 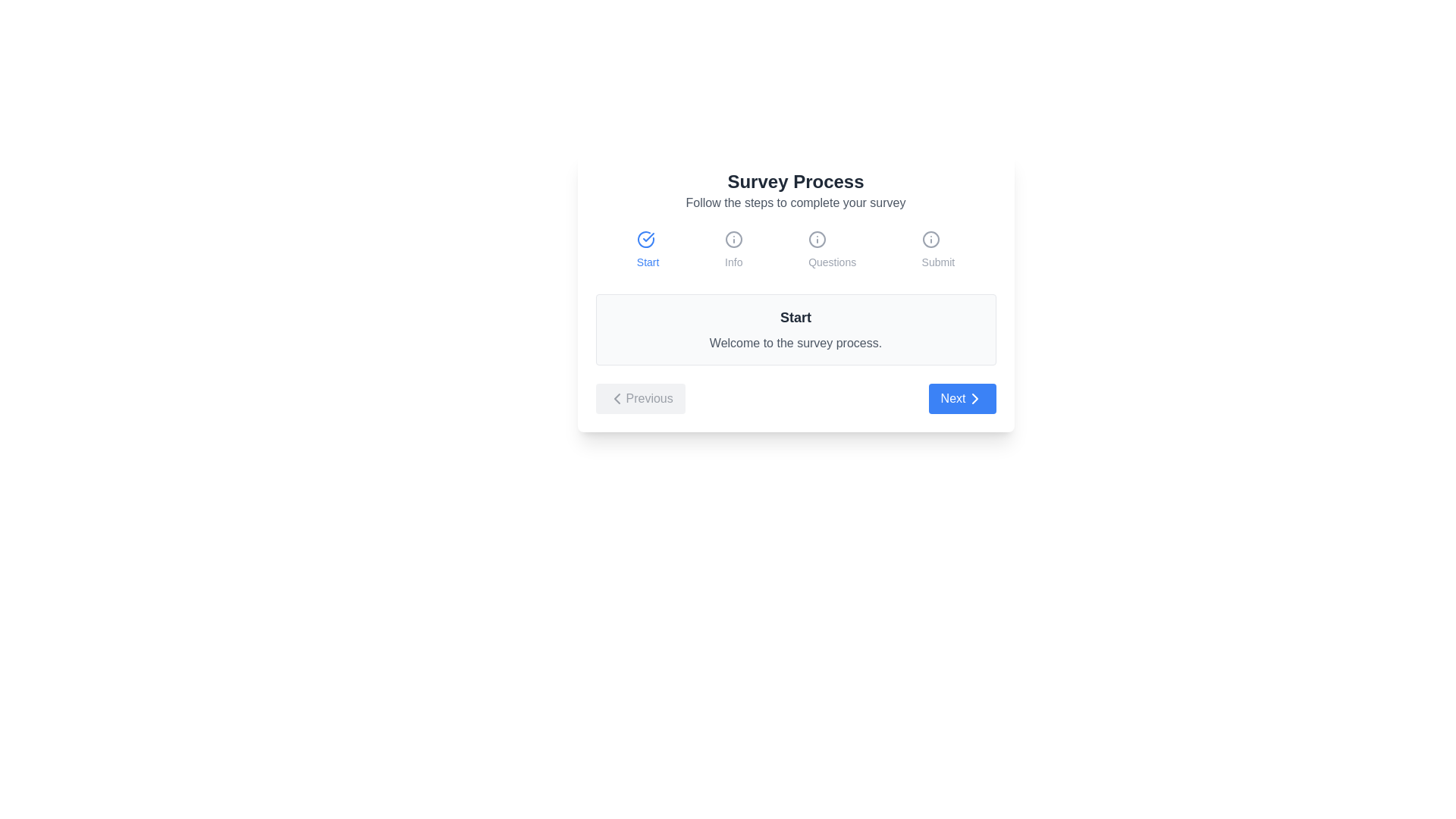 What do you see at coordinates (617, 397) in the screenshot?
I see `the small, stylized left-pointing chevron arrow icon used for backward navigation in the 'Previous' button located in the bottom left corner of the survey interface` at bounding box center [617, 397].